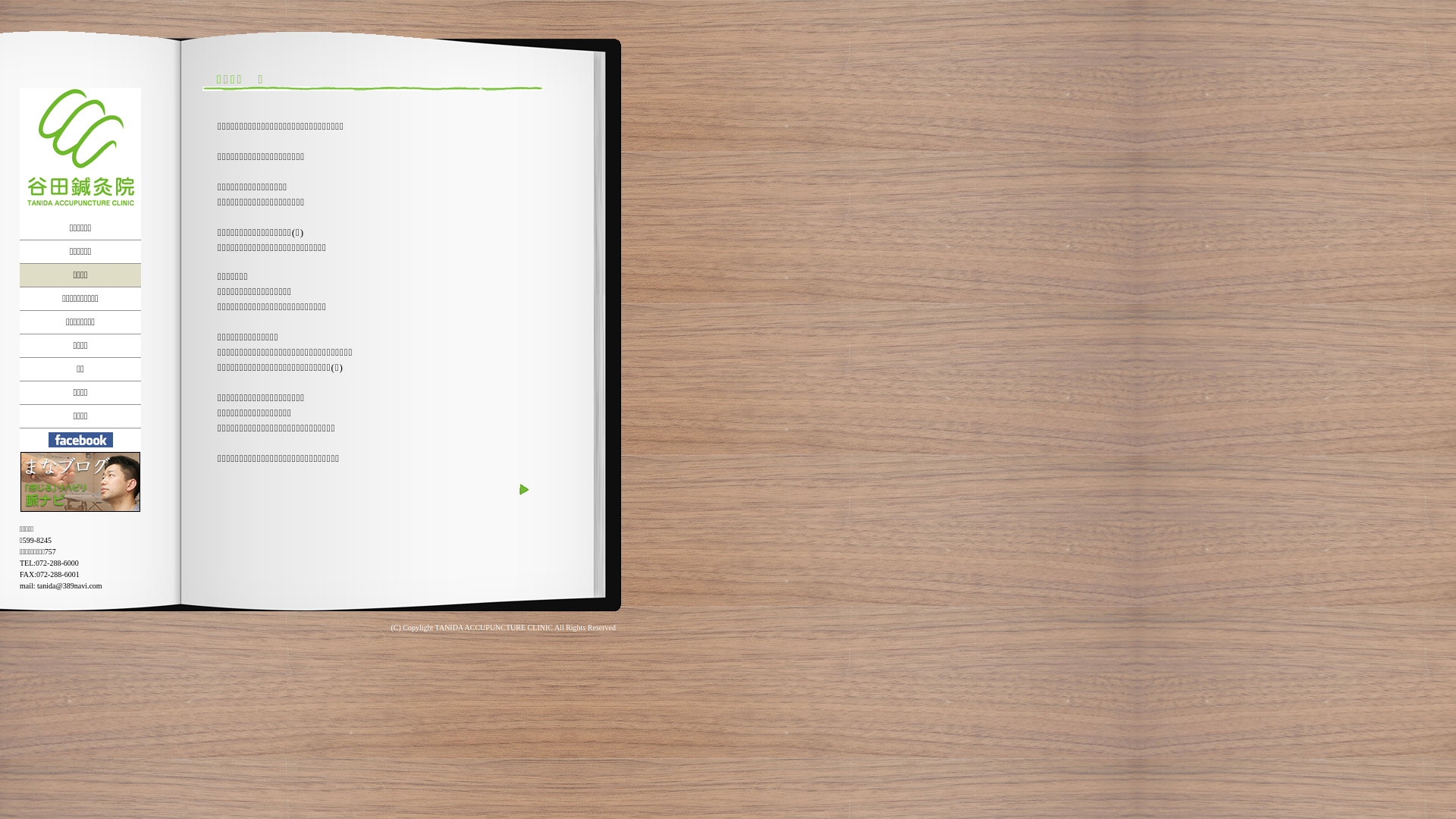 The image size is (1456, 819). I want to click on 'tanida@389navi.com', so click(36, 585).